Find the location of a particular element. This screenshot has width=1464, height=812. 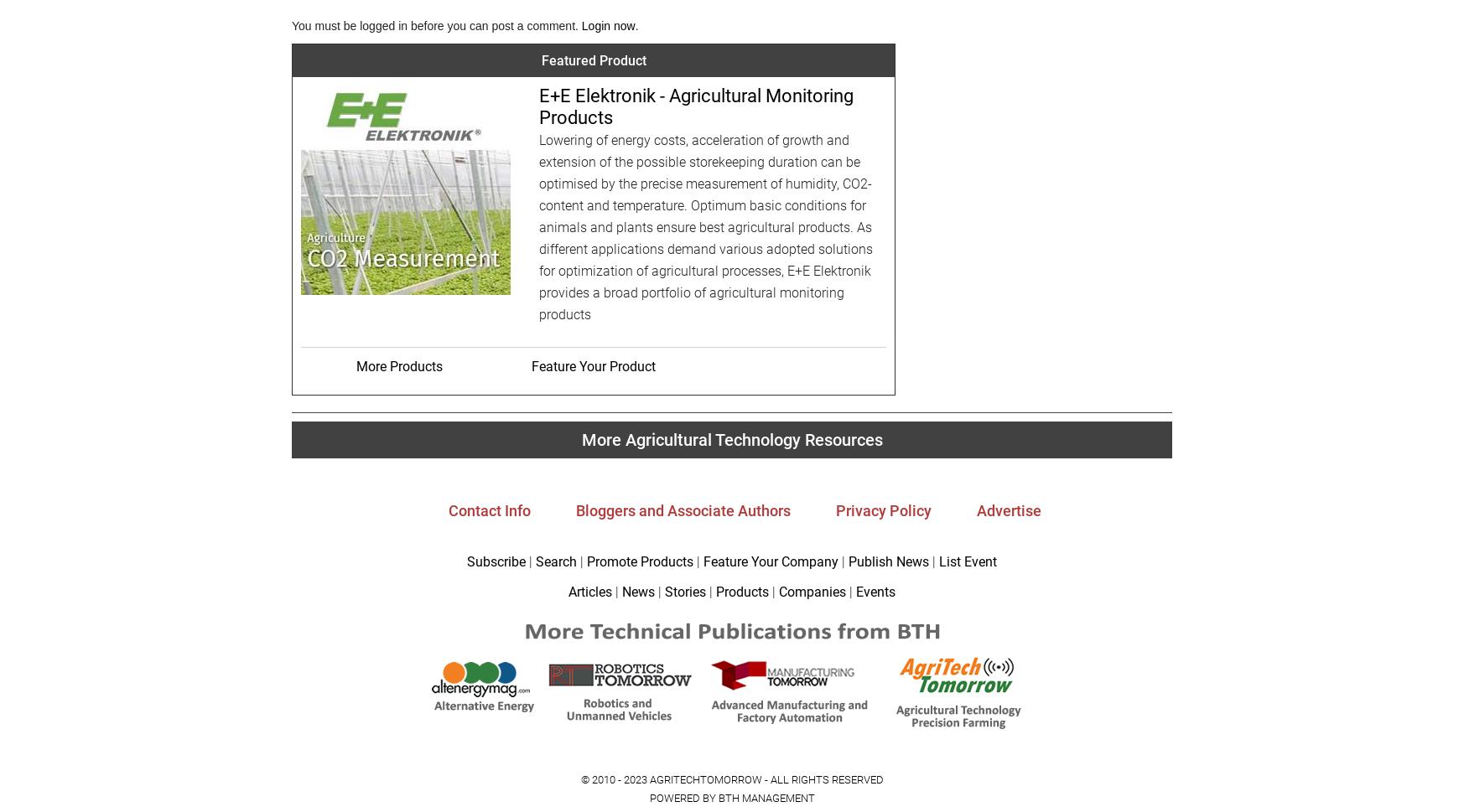

'Feature Your Company' is located at coordinates (770, 561).